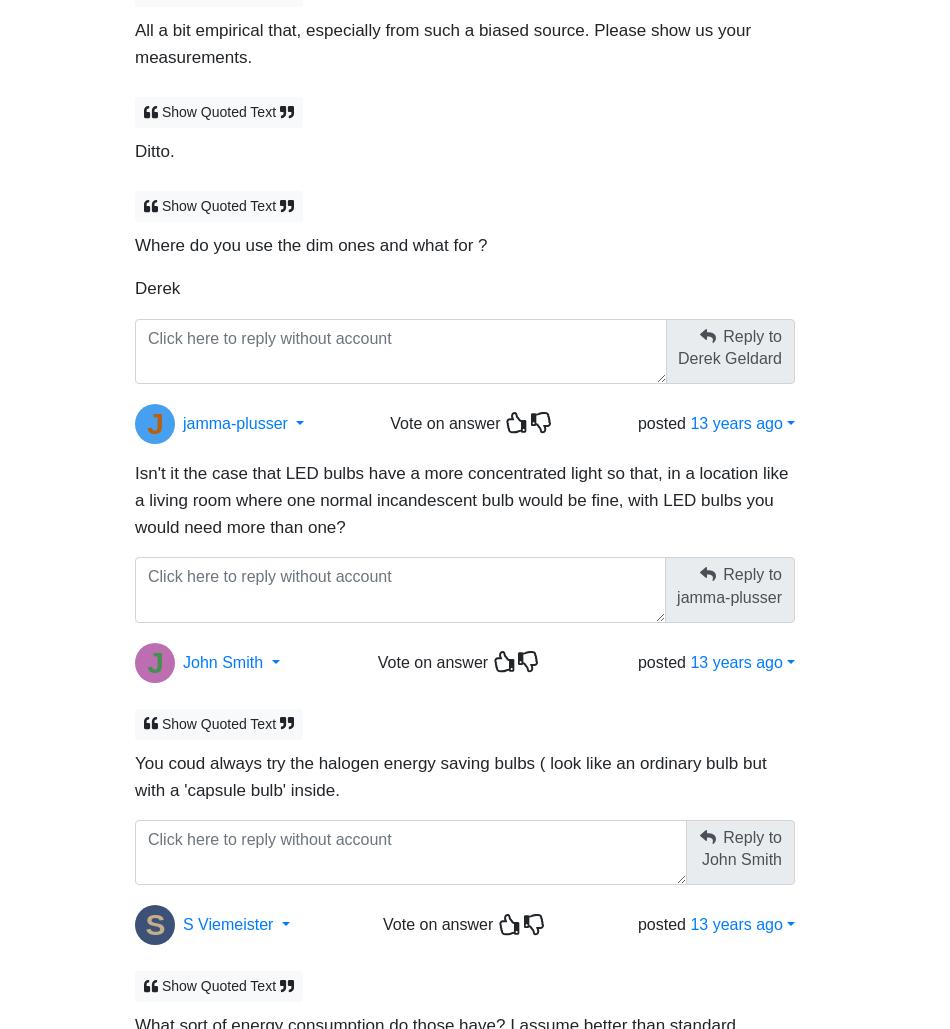 This screenshot has height=1029, width=950. What do you see at coordinates (134, 141) in the screenshot?
I see `'Ditto.'` at bounding box center [134, 141].